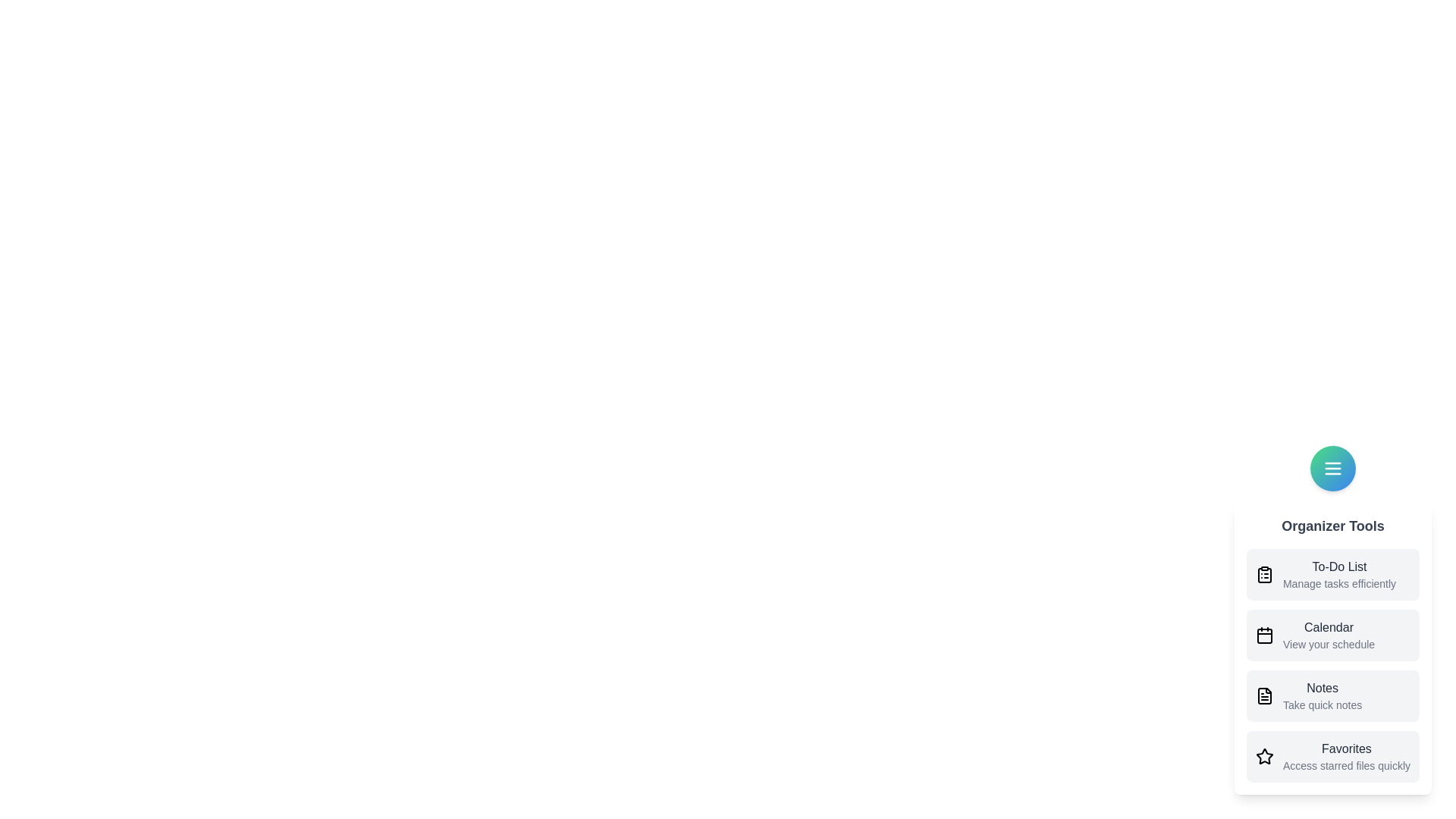  I want to click on the organizer tool item To-Do List, so click(1332, 575).